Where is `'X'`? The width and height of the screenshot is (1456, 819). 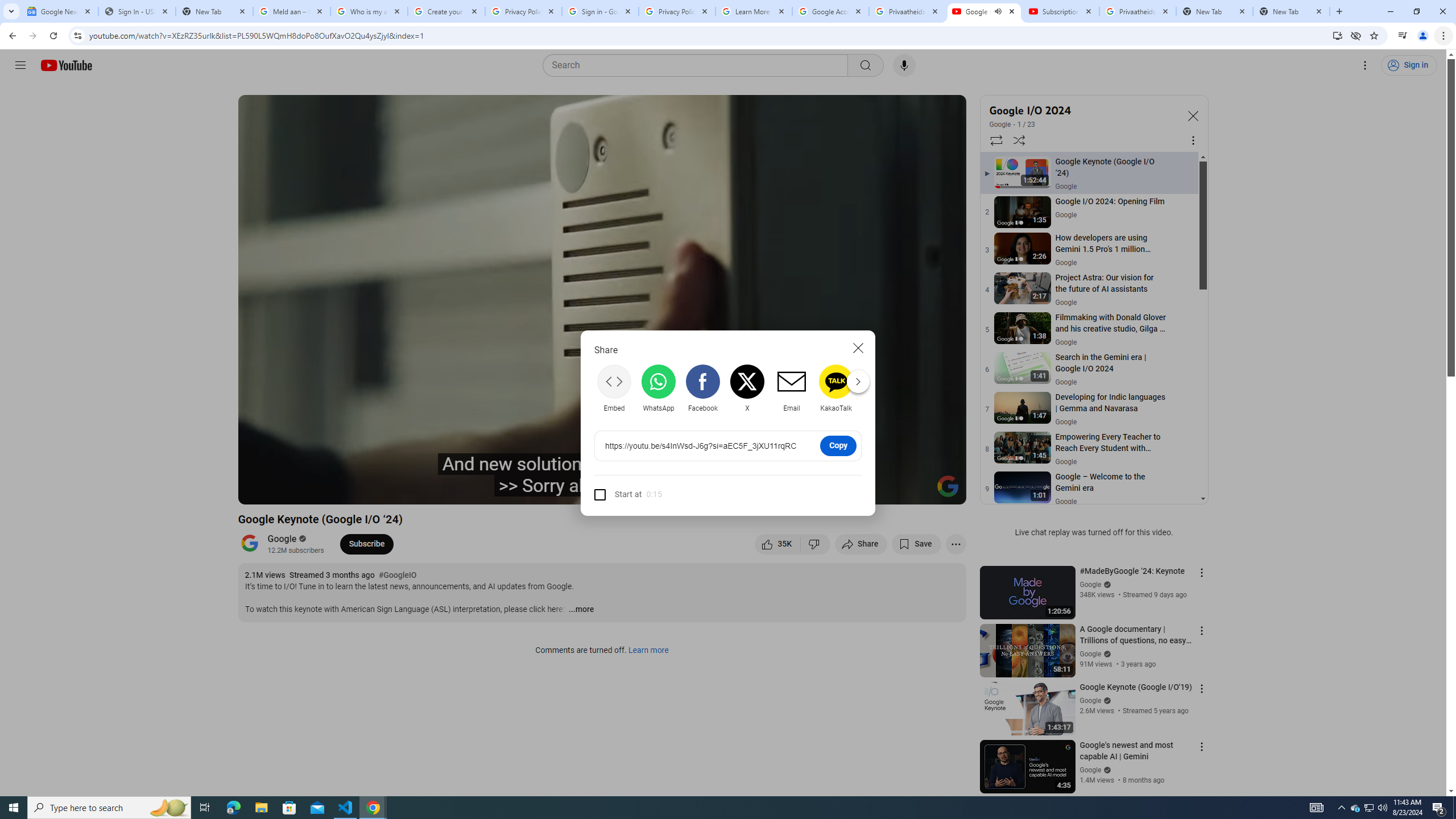
'X' is located at coordinates (747, 388).